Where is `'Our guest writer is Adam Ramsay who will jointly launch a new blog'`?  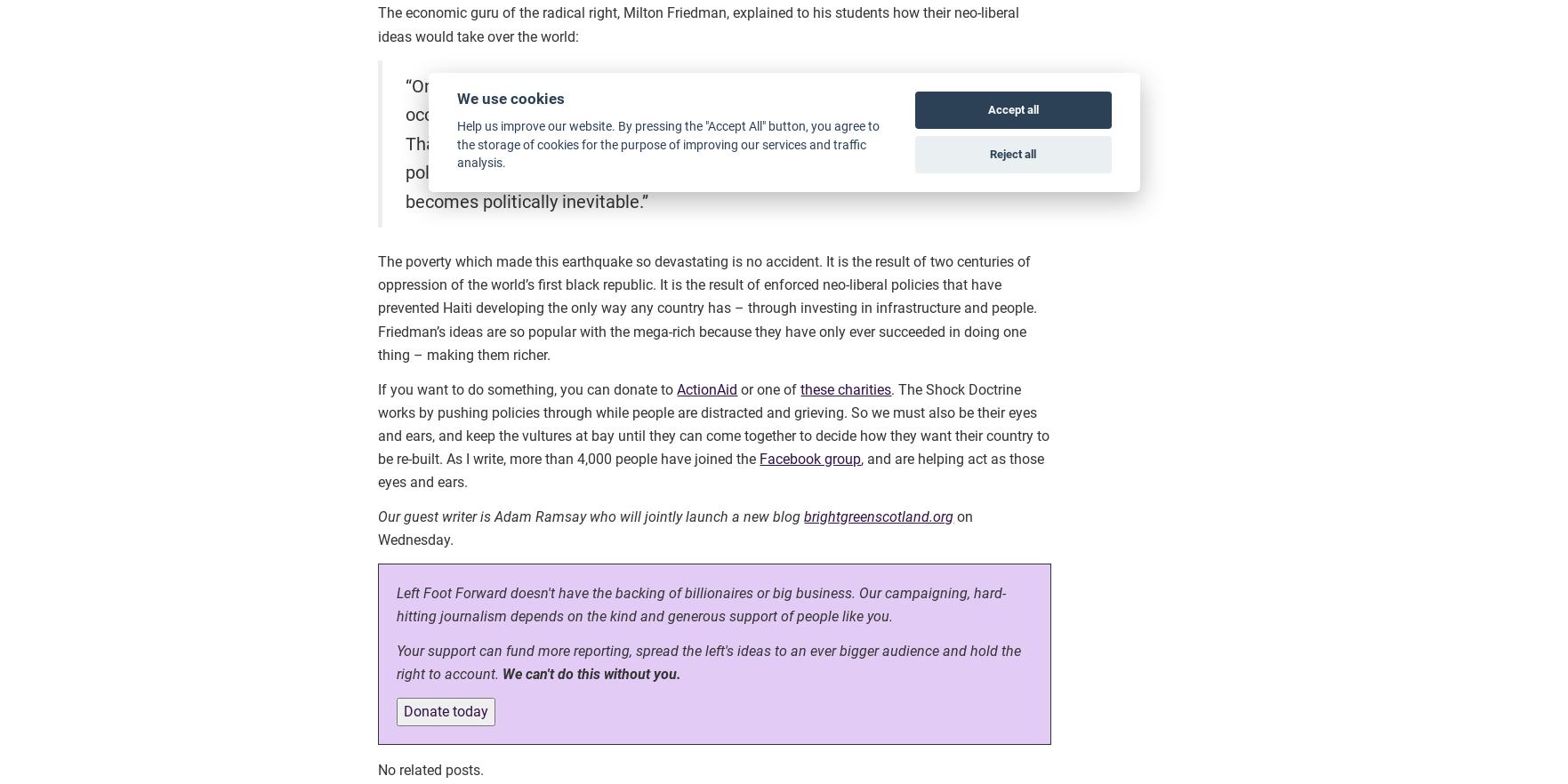
'Our guest writer is Adam Ramsay who will jointly launch a new blog' is located at coordinates (378, 516).